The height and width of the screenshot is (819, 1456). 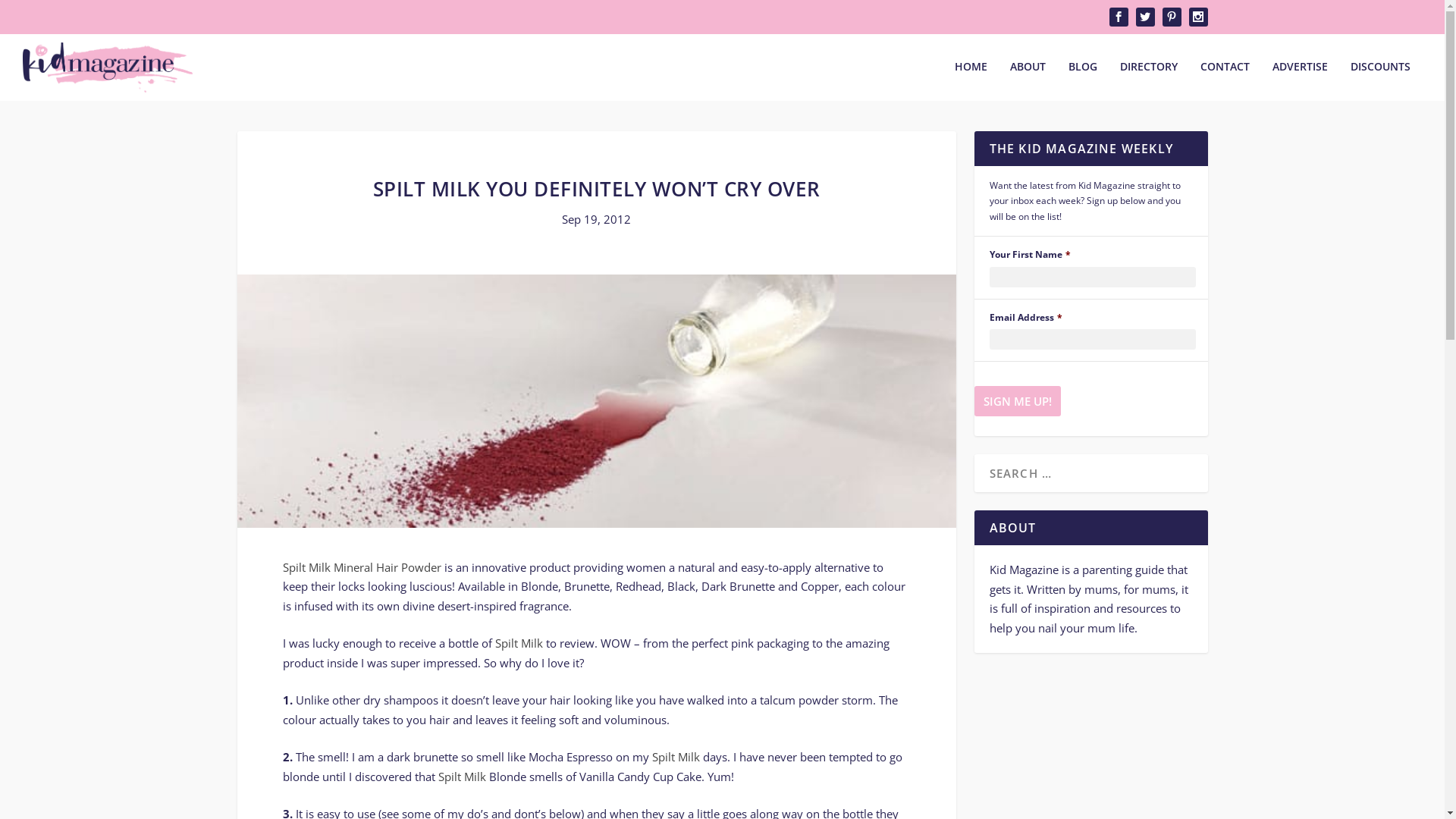 I want to click on 'Spilt Milk', so click(x=518, y=643).